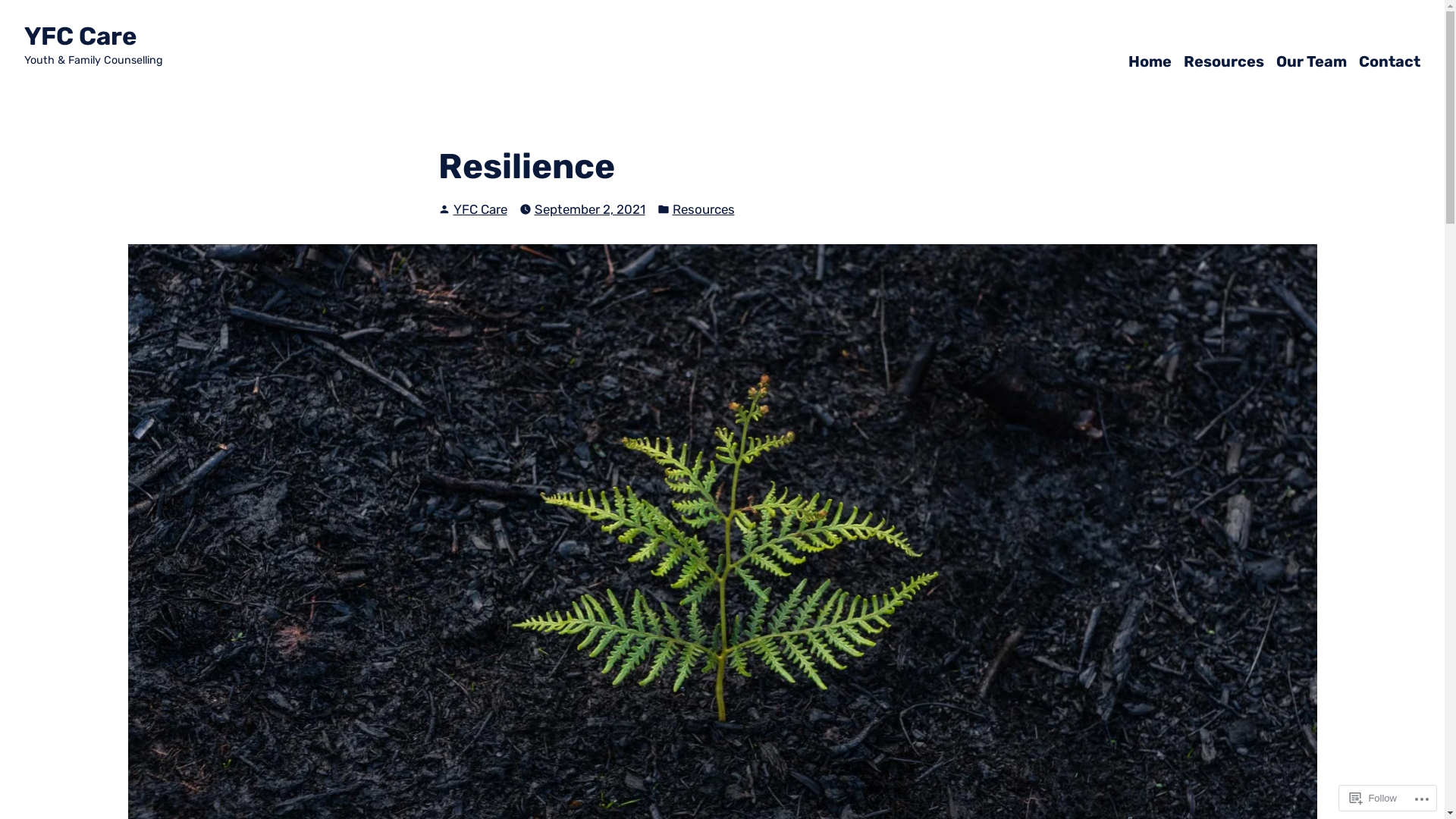 The image size is (1456, 819). What do you see at coordinates (80, 35) in the screenshot?
I see `'YFC Care'` at bounding box center [80, 35].